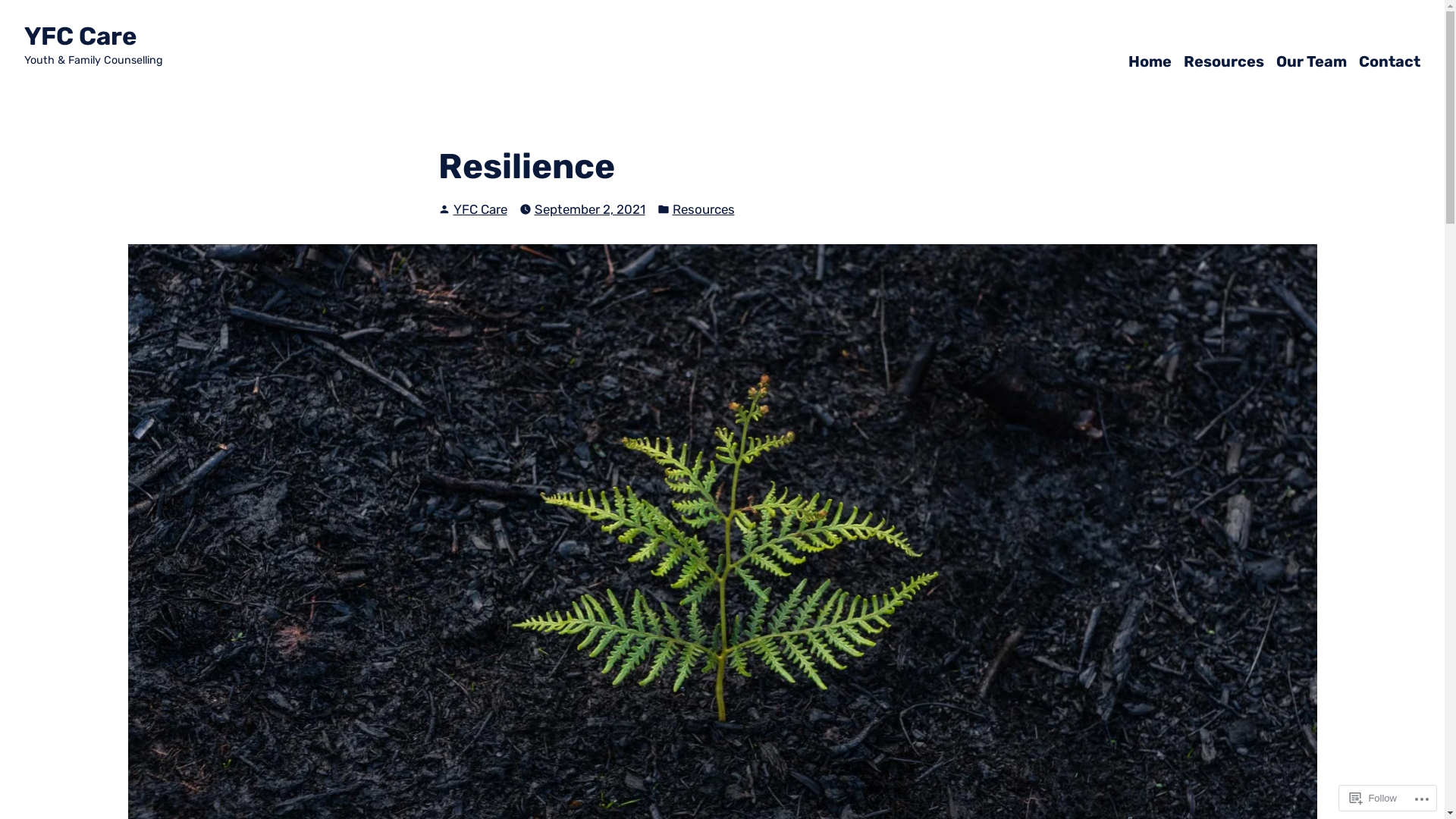 The image size is (1456, 819). What do you see at coordinates (80, 35) in the screenshot?
I see `'YFC Care'` at bounding box center [80, 35].